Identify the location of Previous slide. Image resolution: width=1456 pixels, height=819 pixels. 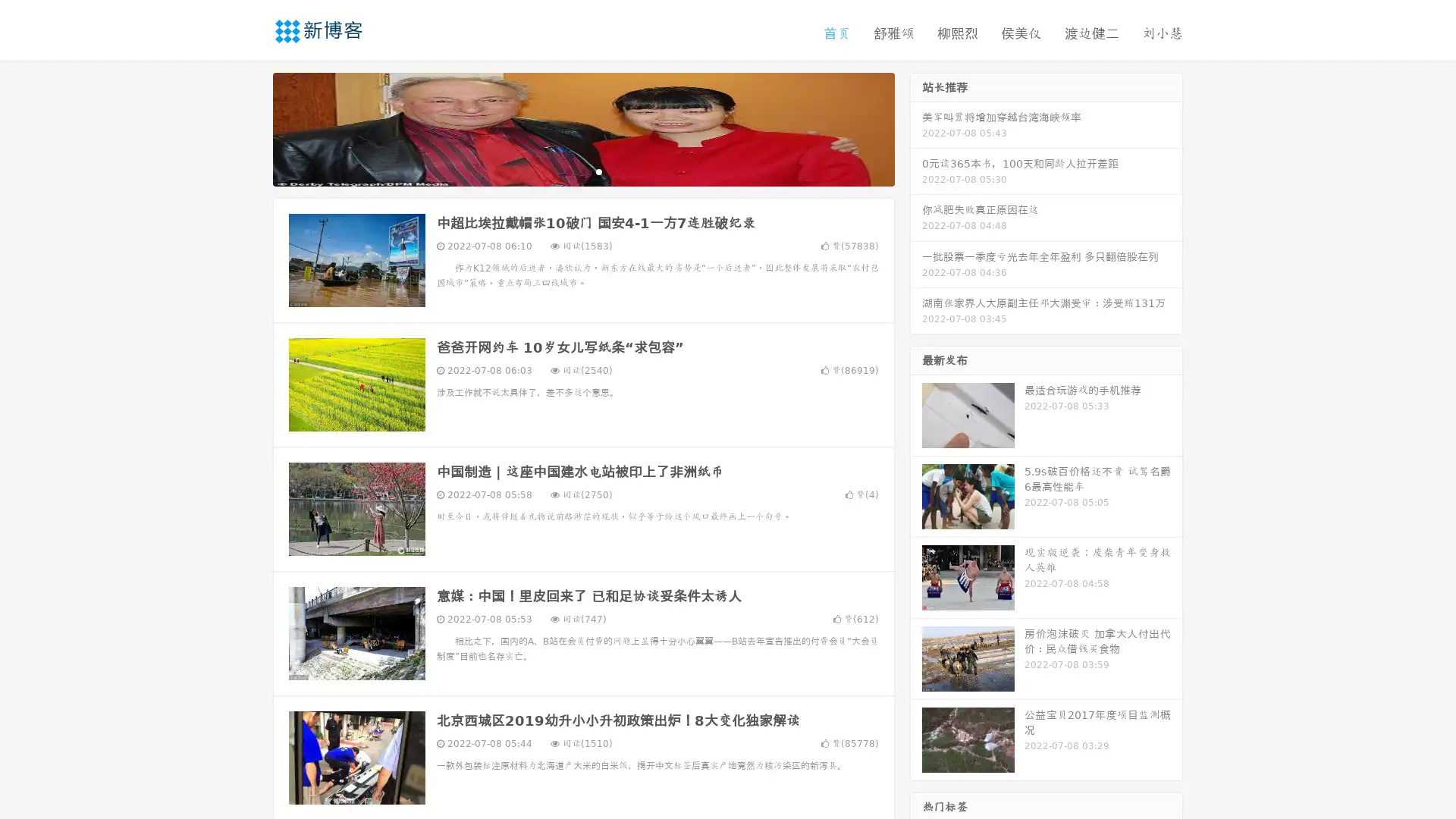
(250, 127).